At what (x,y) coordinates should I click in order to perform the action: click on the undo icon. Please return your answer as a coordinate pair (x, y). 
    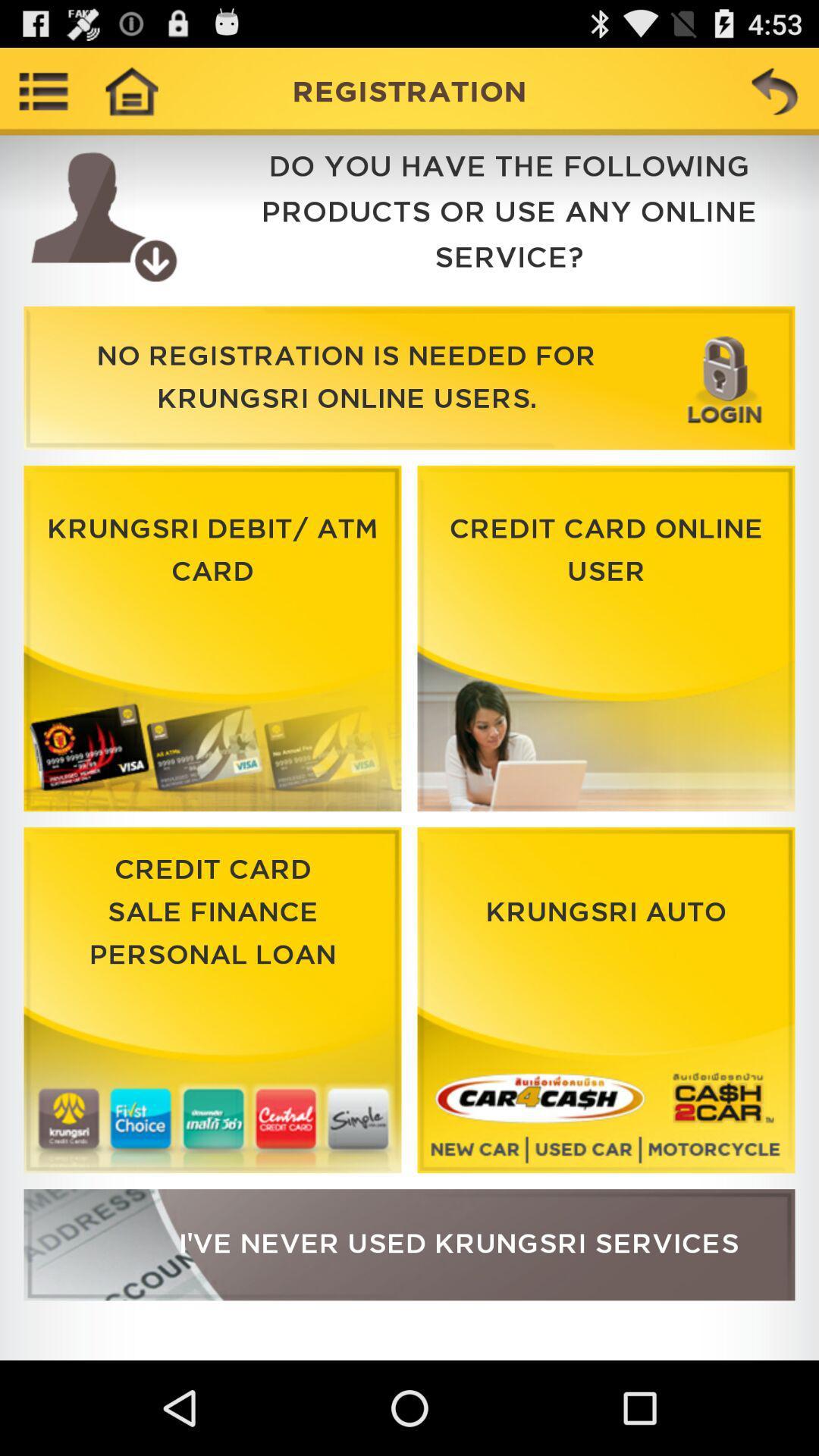
    Looking at the image, I should click on (775, 97).